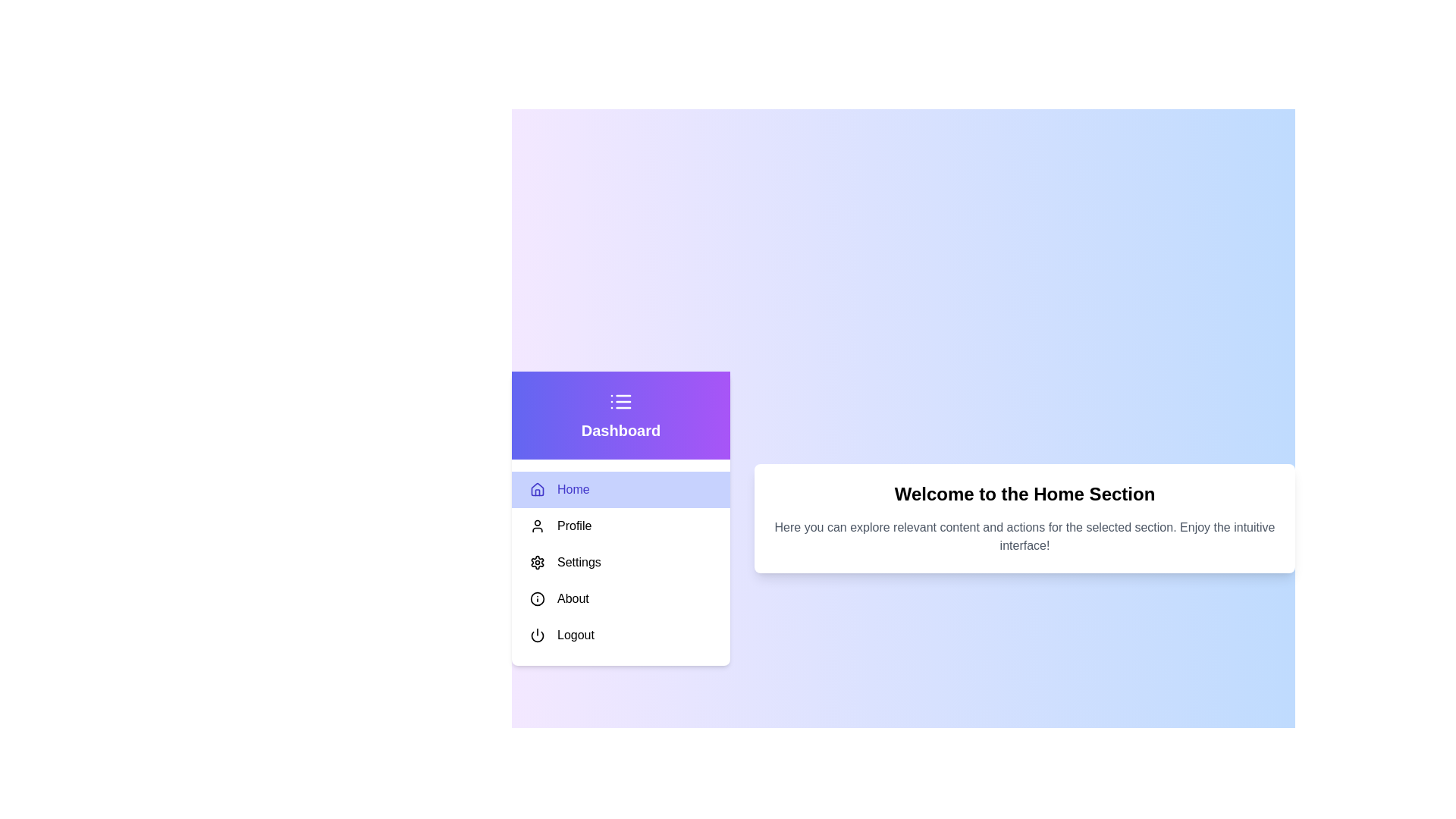 This screenshot has height=819, width=1456. I want to click on the menu item About to select it, so click(621, 598).